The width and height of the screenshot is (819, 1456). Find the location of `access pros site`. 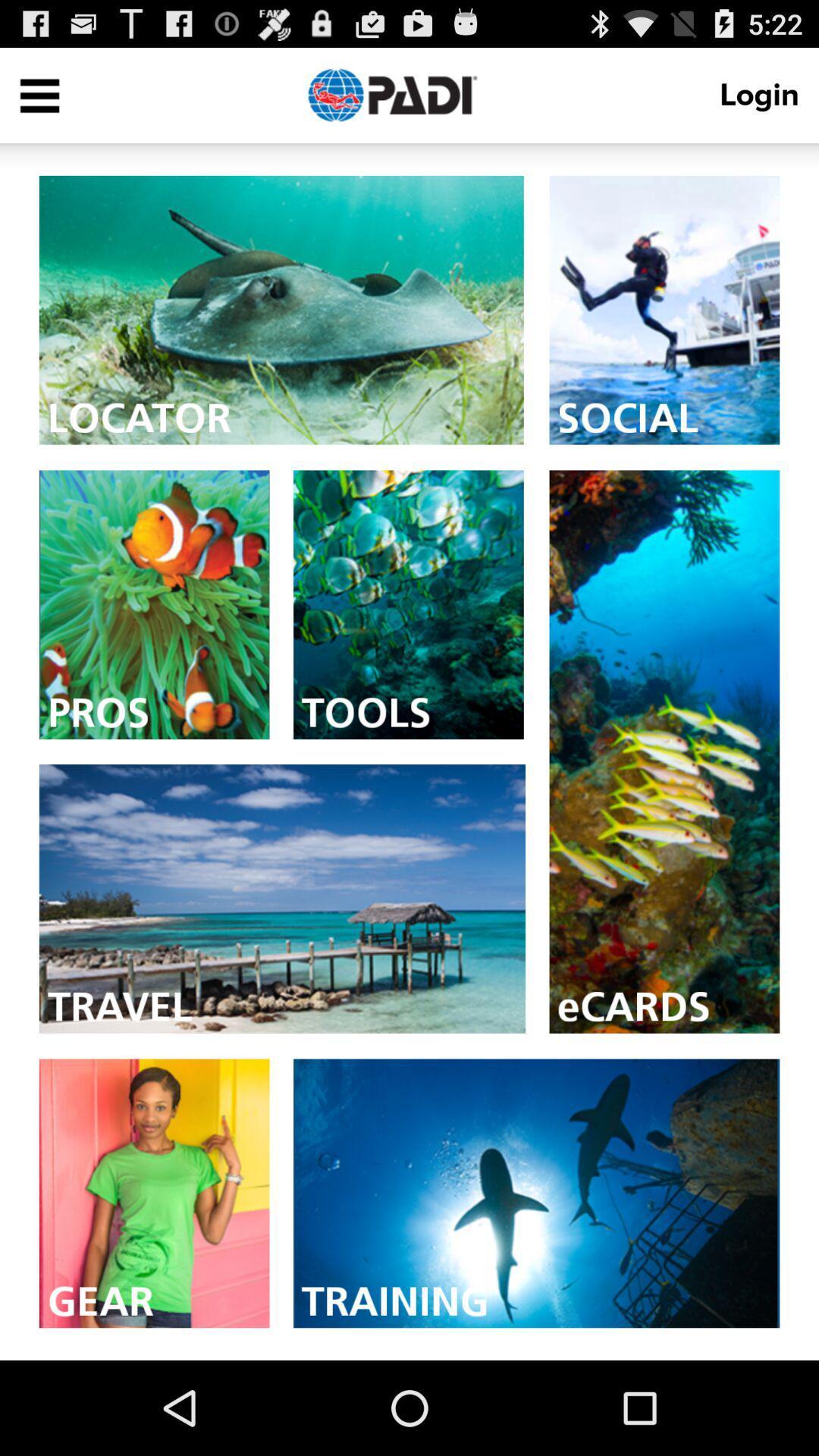

access pros site is located at coordinates (154, 604).